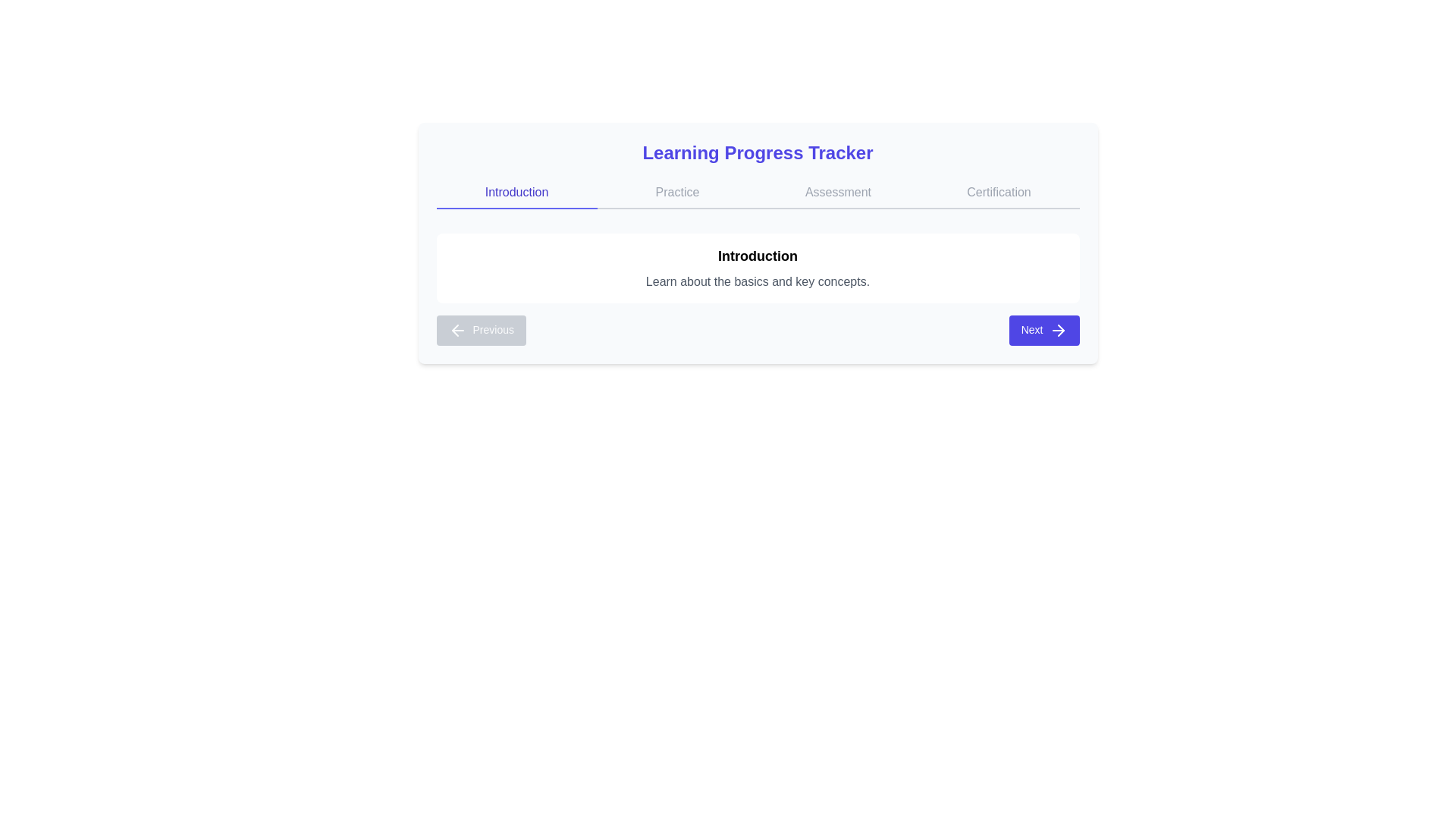 The image size is (1456, 819). I want to click on the 'Next' button to navigate to the next step, so click(1043, 329).